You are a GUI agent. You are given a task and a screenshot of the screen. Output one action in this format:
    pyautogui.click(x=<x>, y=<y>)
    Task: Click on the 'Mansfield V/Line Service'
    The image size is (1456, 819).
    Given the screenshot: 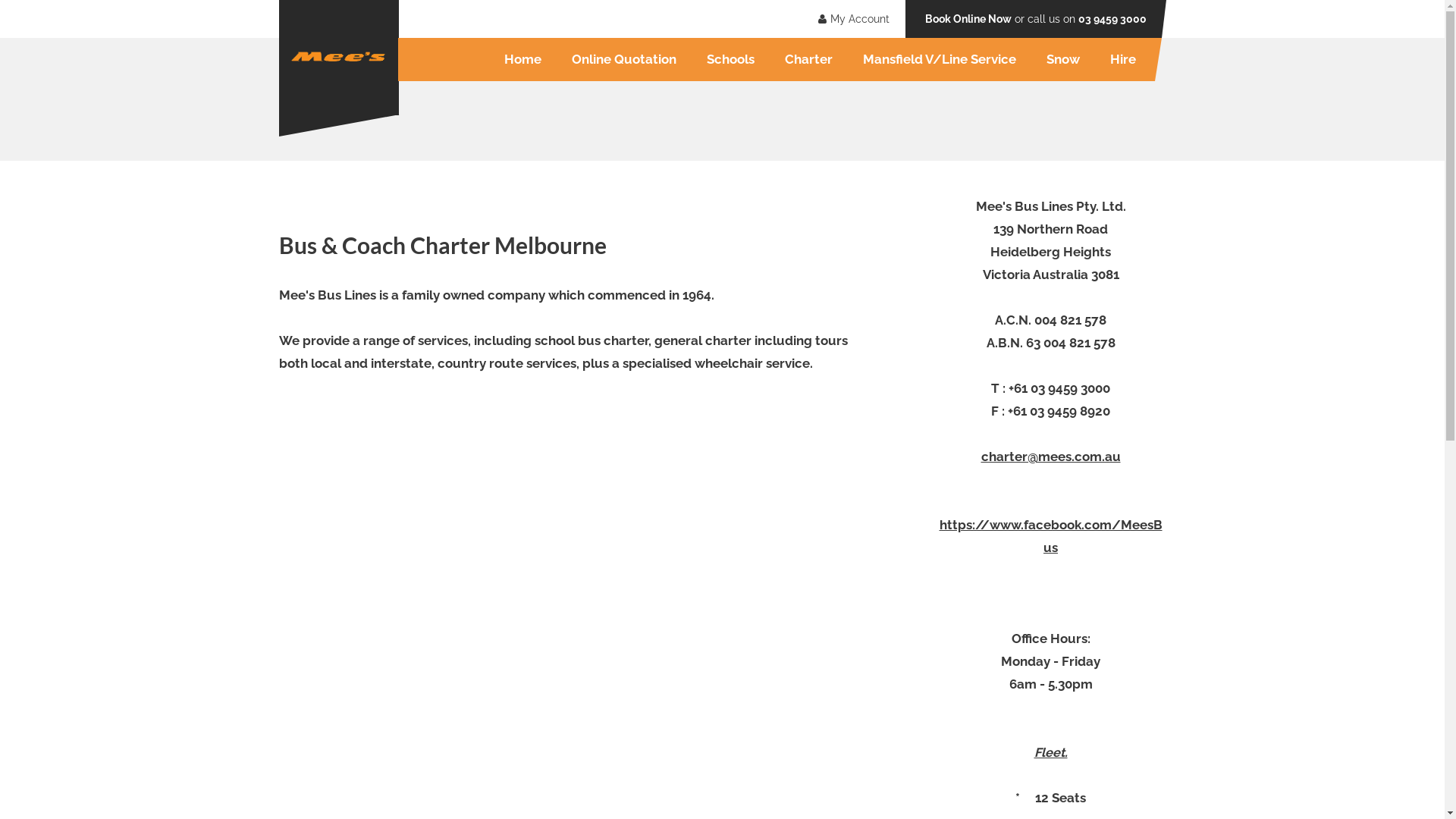 What is the action you would take?
    pyautogui.click(x=938, y=58)
    